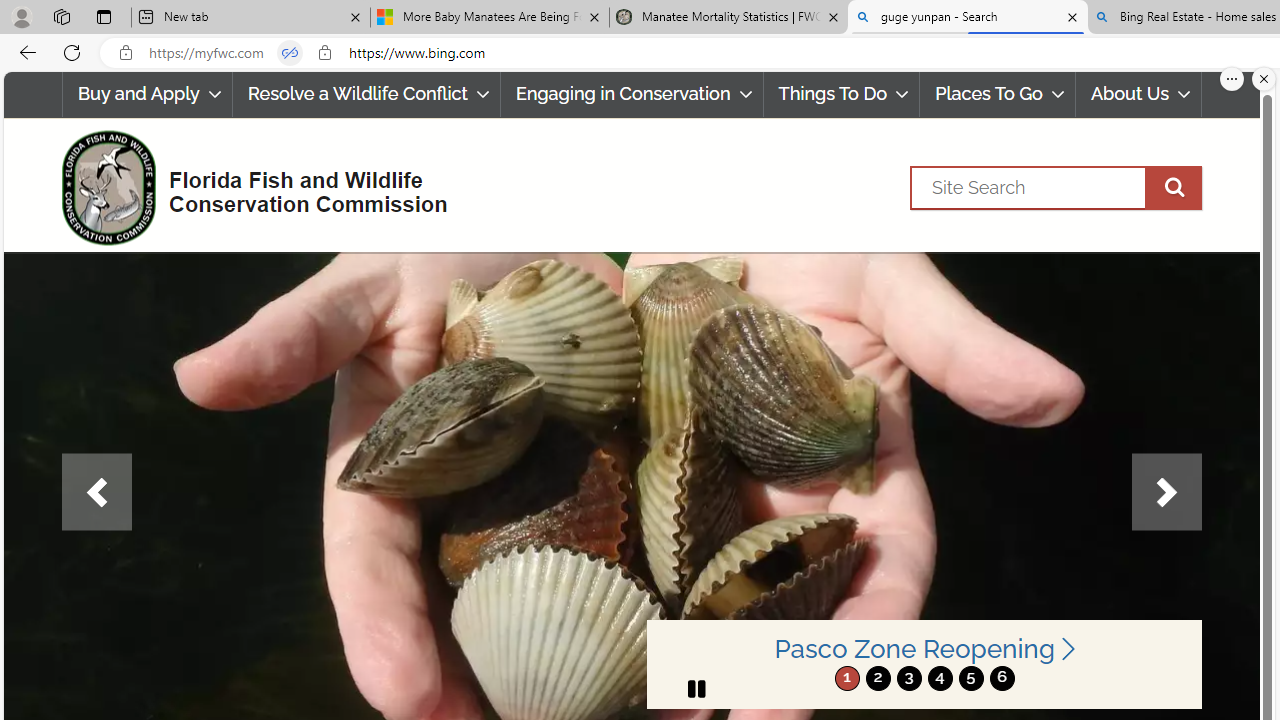 The height and width of the screenshot is (720, 1280). Describe the element at coordinates (998, 94) in the screenshot. I see `'Places To Go'` at that location.